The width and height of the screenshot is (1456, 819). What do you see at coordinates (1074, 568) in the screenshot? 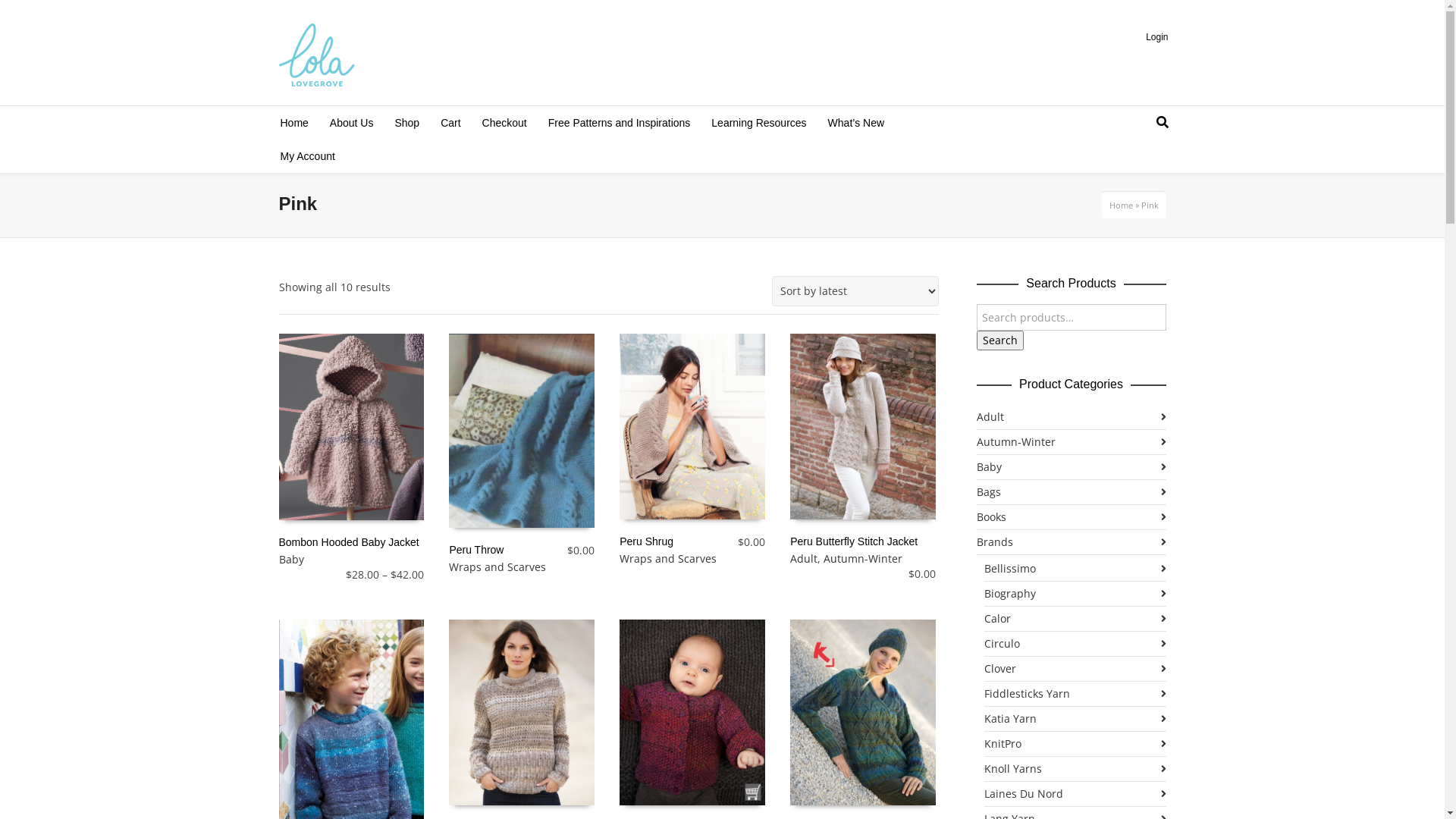
I see `'Bellissimo'` at bounding box center [1074, 568].